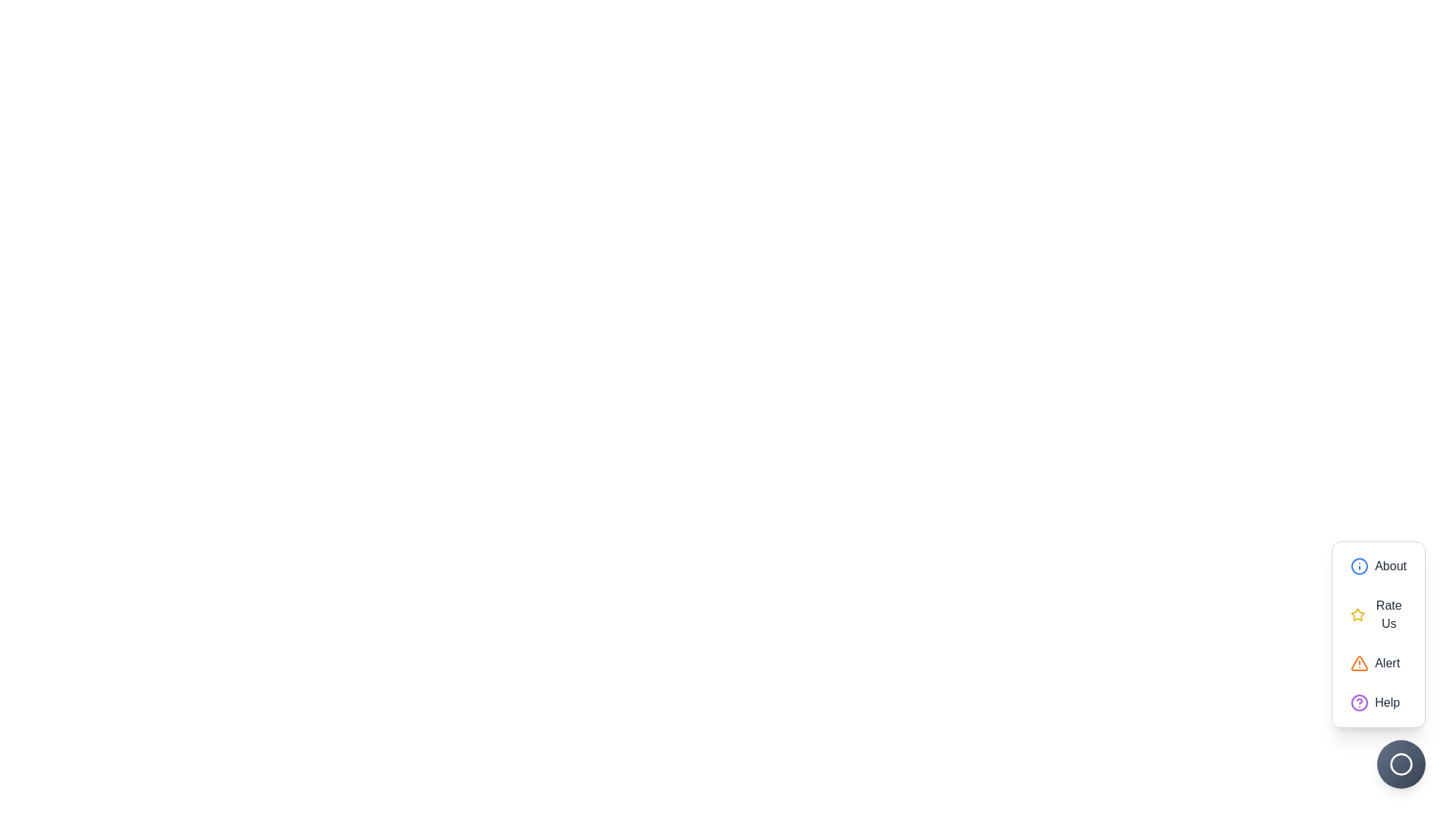 The height and width of the screenshot is (819, 1456). What do you see at coordinates (1401, 764) in the screenshot?
I see `toggle button to toggle the speed dial menu` at bounding box center [1401, 764].